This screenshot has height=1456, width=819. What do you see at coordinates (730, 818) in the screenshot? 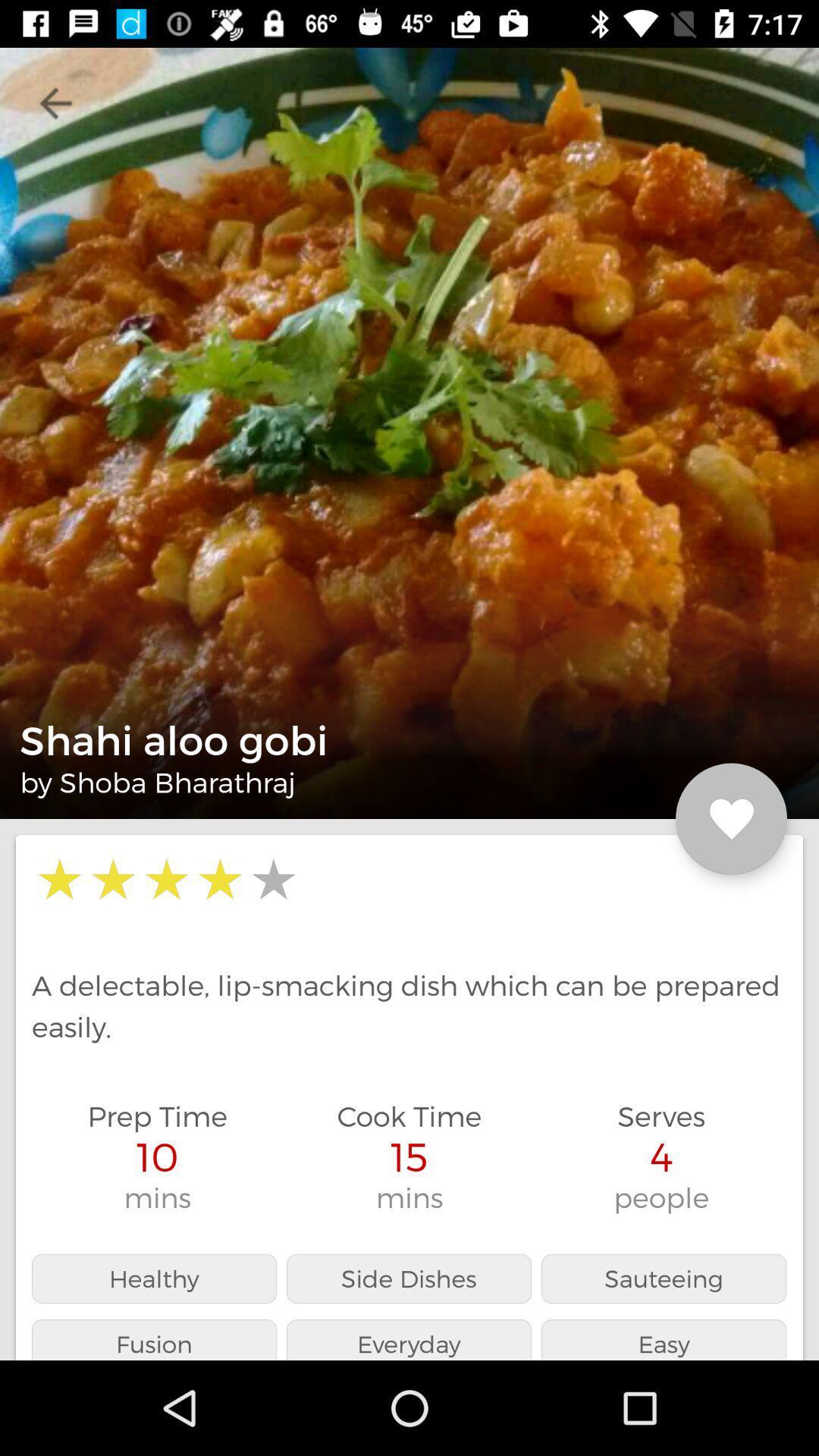
I see `item above the a delectable lip icon` at bounding box center [730, 818].